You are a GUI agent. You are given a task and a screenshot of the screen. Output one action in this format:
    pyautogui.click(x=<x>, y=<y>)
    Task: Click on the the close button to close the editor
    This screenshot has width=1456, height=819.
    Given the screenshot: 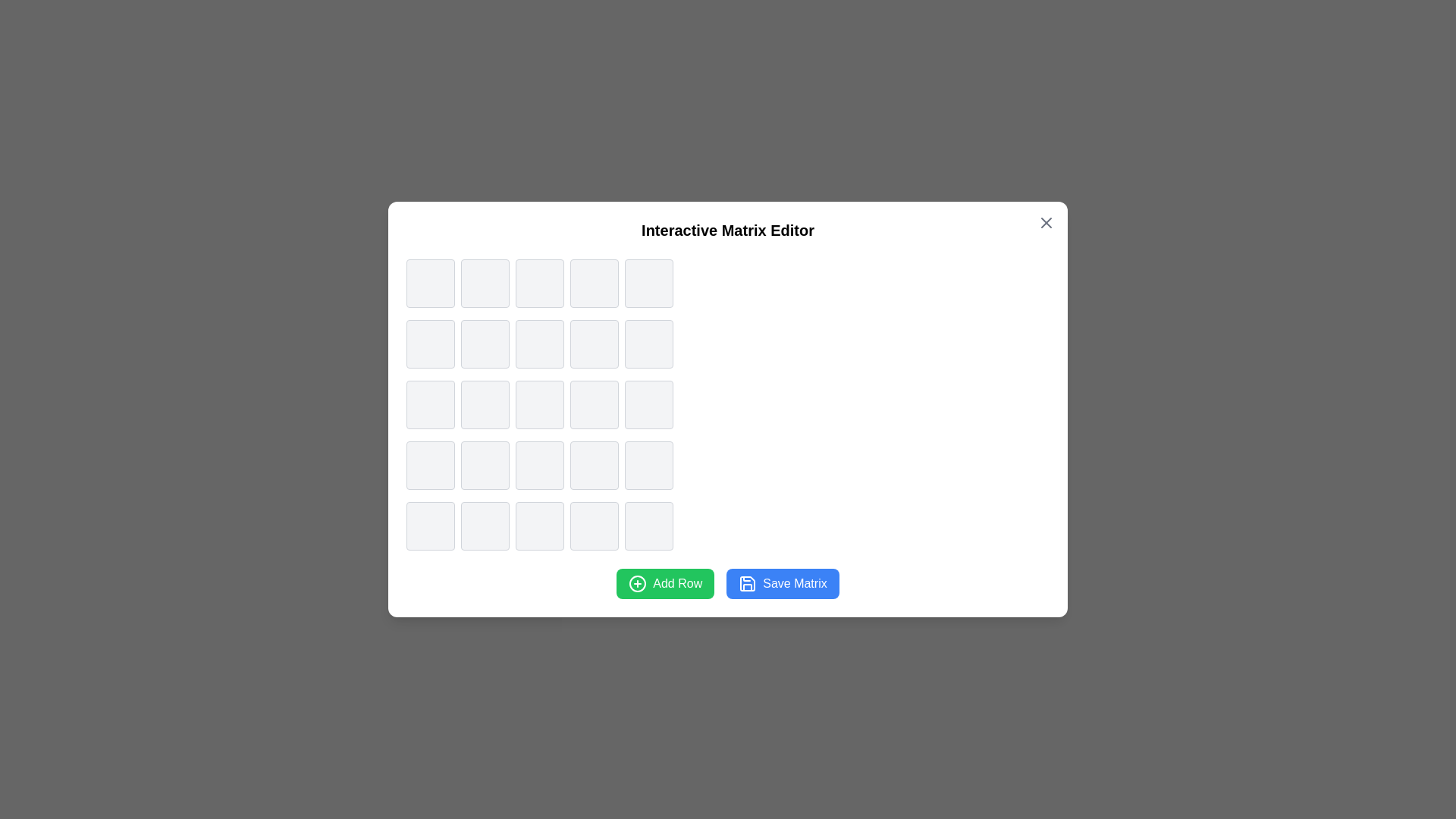 What is the action you would take?
    pyautogui.click(x=1046, y=222)
    